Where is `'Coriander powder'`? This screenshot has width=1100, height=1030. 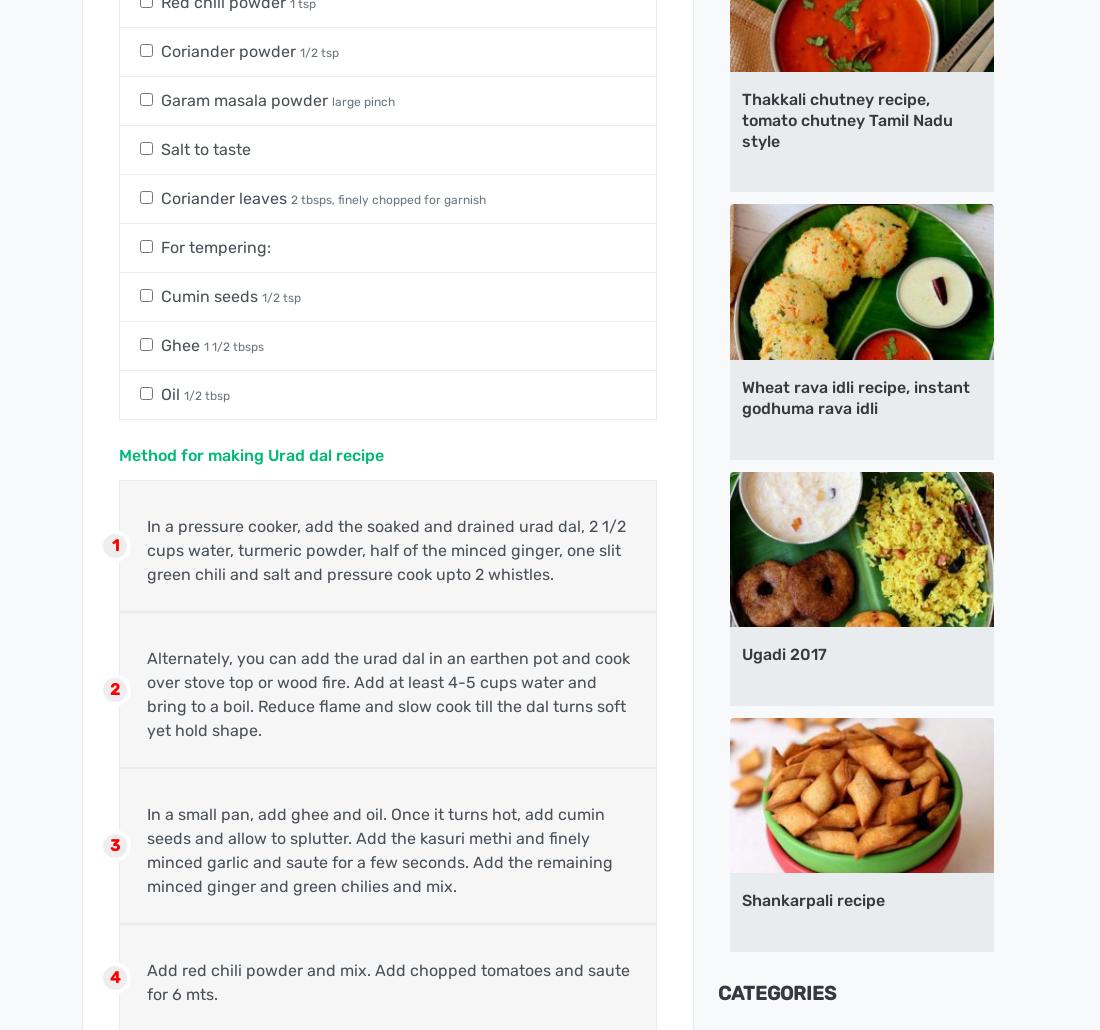
'Coriander powder' is located at coordinates (230, 50).